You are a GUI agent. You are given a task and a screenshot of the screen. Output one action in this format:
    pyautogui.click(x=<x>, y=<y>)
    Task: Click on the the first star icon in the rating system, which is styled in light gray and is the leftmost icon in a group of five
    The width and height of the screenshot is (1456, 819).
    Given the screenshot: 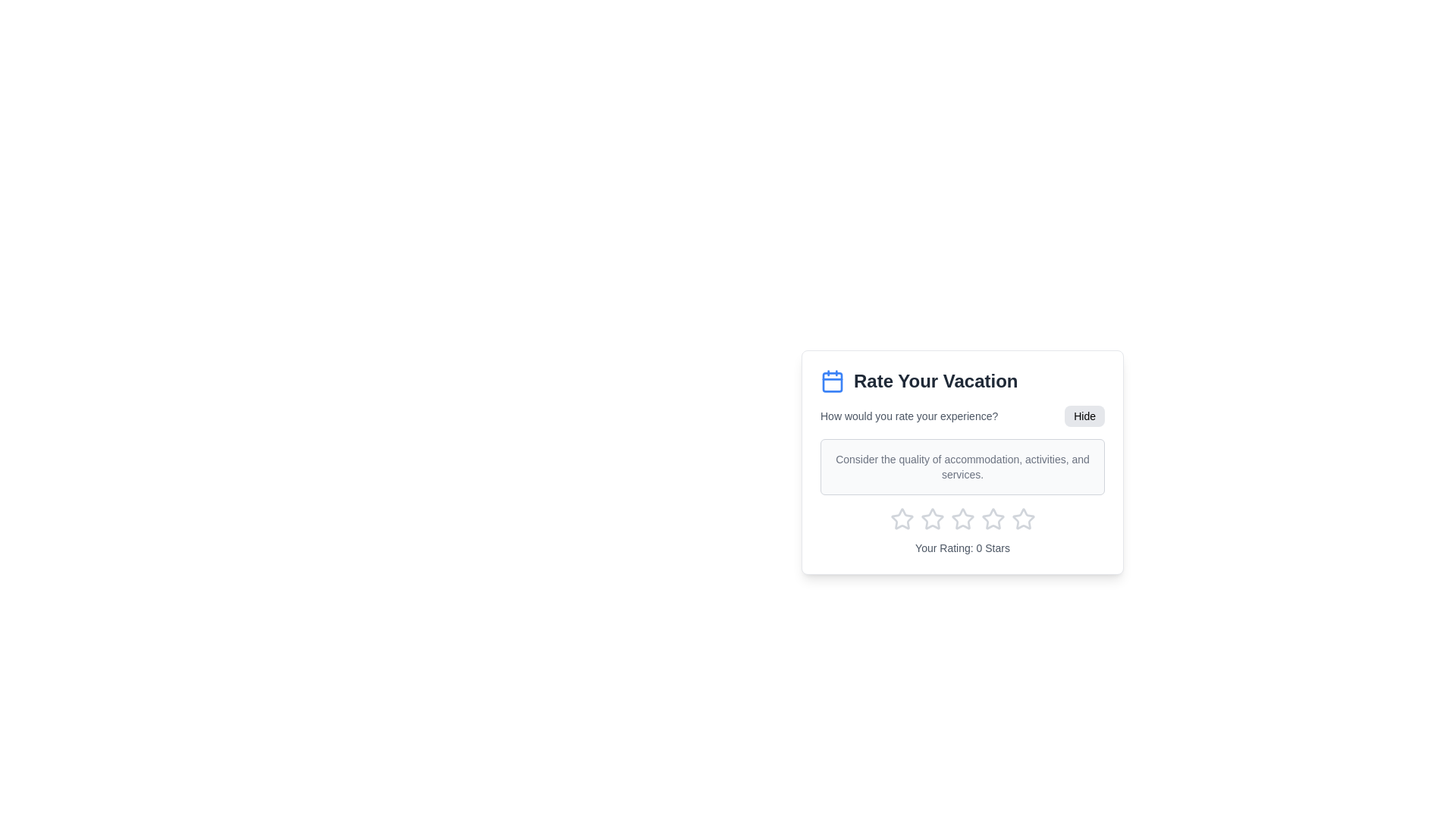 What is the action you would take?
    pyautogui.click(x=902, y=518)
    